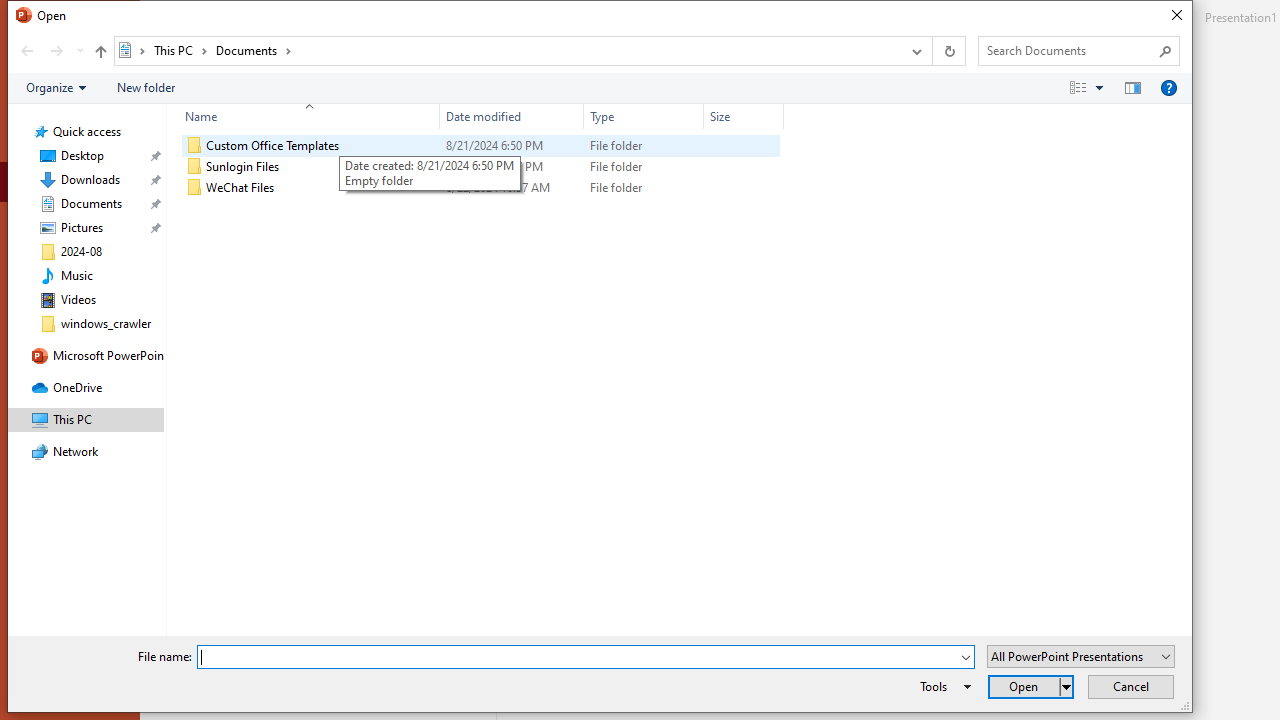  I want to click on 'New folder', so click(144, 86).